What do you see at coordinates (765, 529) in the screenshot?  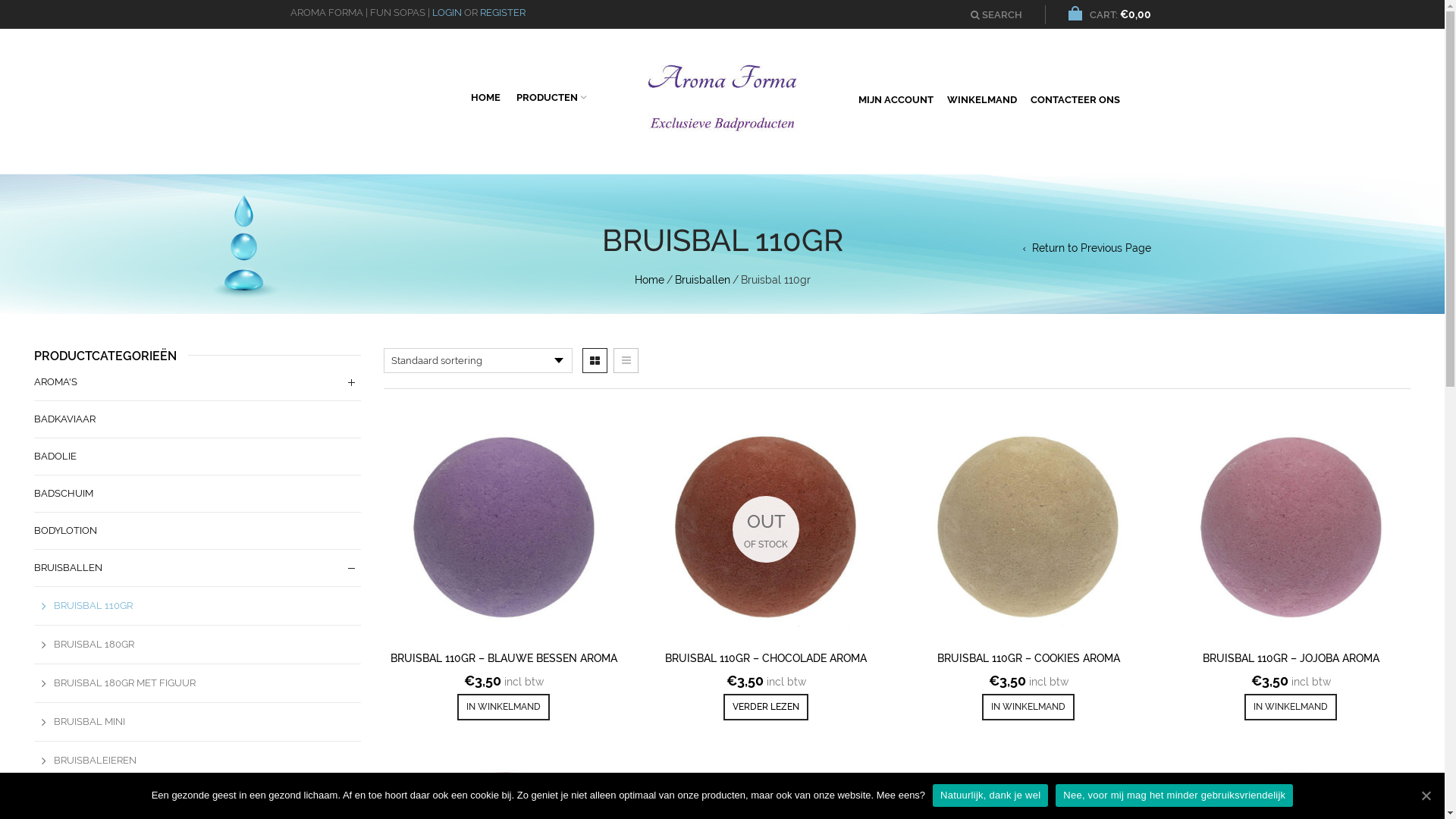 I see `'Bruisbal 110gr - Chocolade aroma'` at bounding box center [765, 529].